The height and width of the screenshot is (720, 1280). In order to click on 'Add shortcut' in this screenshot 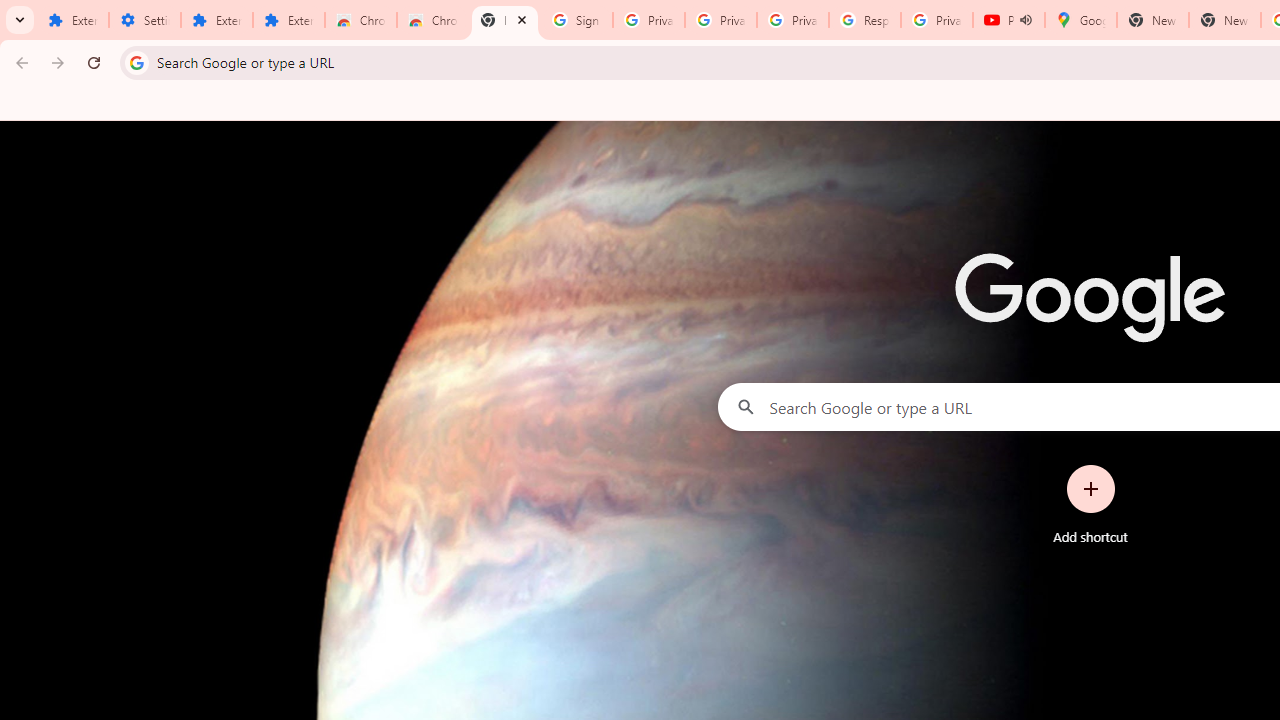, I will do `click(1089, 504)`.